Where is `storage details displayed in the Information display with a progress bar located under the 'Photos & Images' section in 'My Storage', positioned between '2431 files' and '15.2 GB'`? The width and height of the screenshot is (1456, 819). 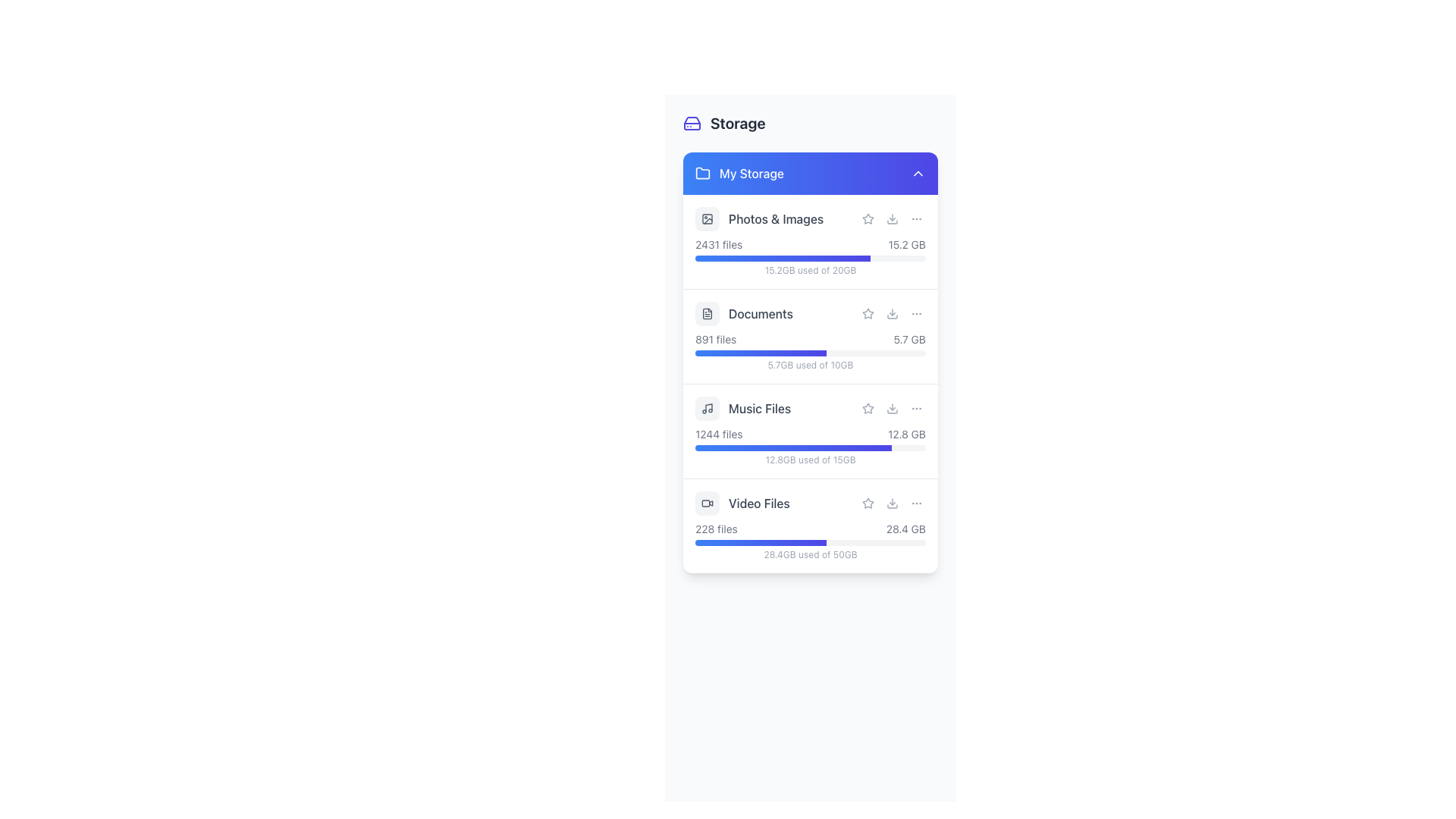
storage details displayed in the Information display with a progress bar located under the 'Photos & Images' section in 'My Storage', positioned between '2431 files' and '15.2 GB' is located at coordinates (810, 256).